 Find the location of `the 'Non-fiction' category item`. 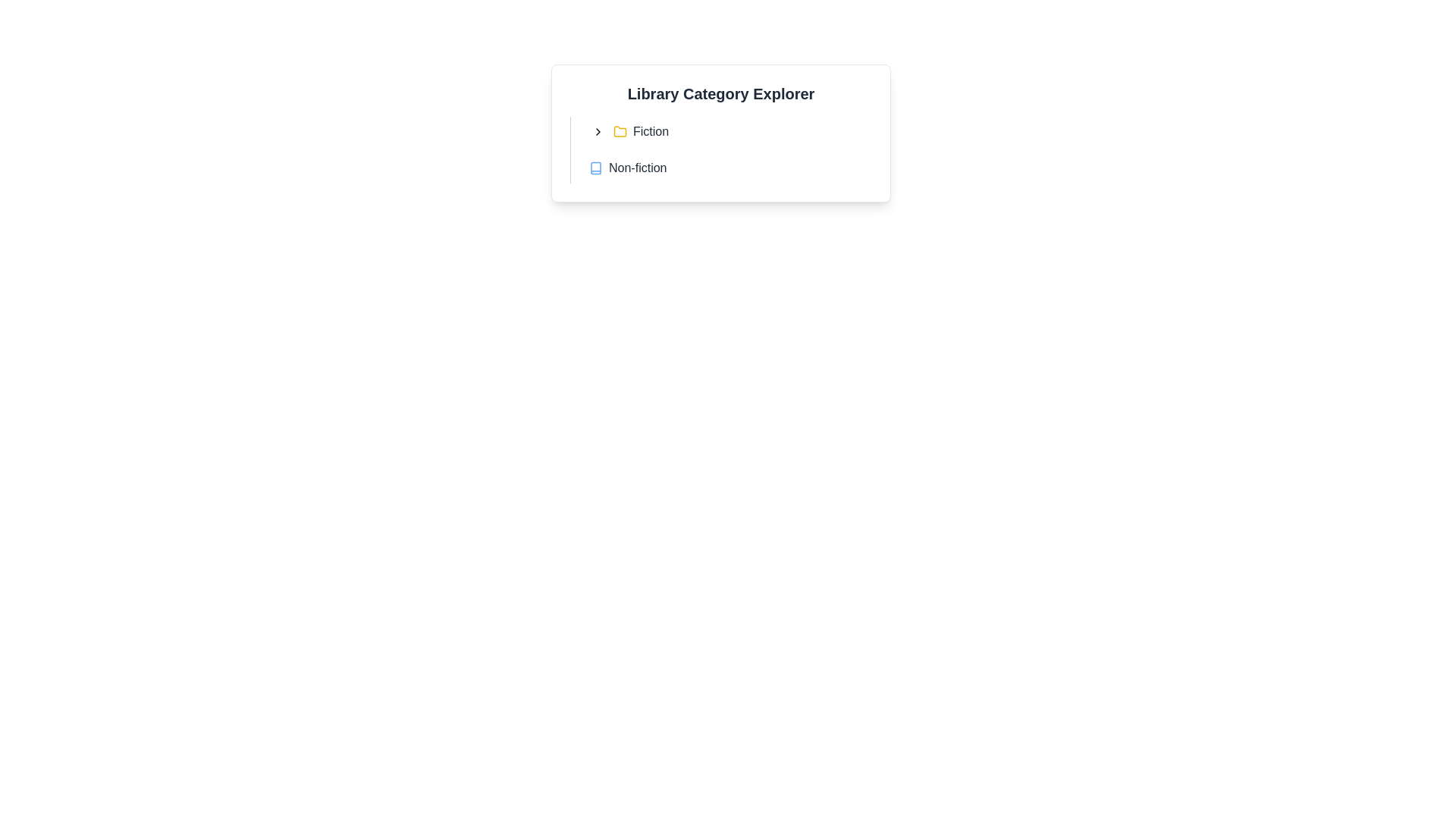

the 'Non-fiction' category item is located at coordinates (726, 168).